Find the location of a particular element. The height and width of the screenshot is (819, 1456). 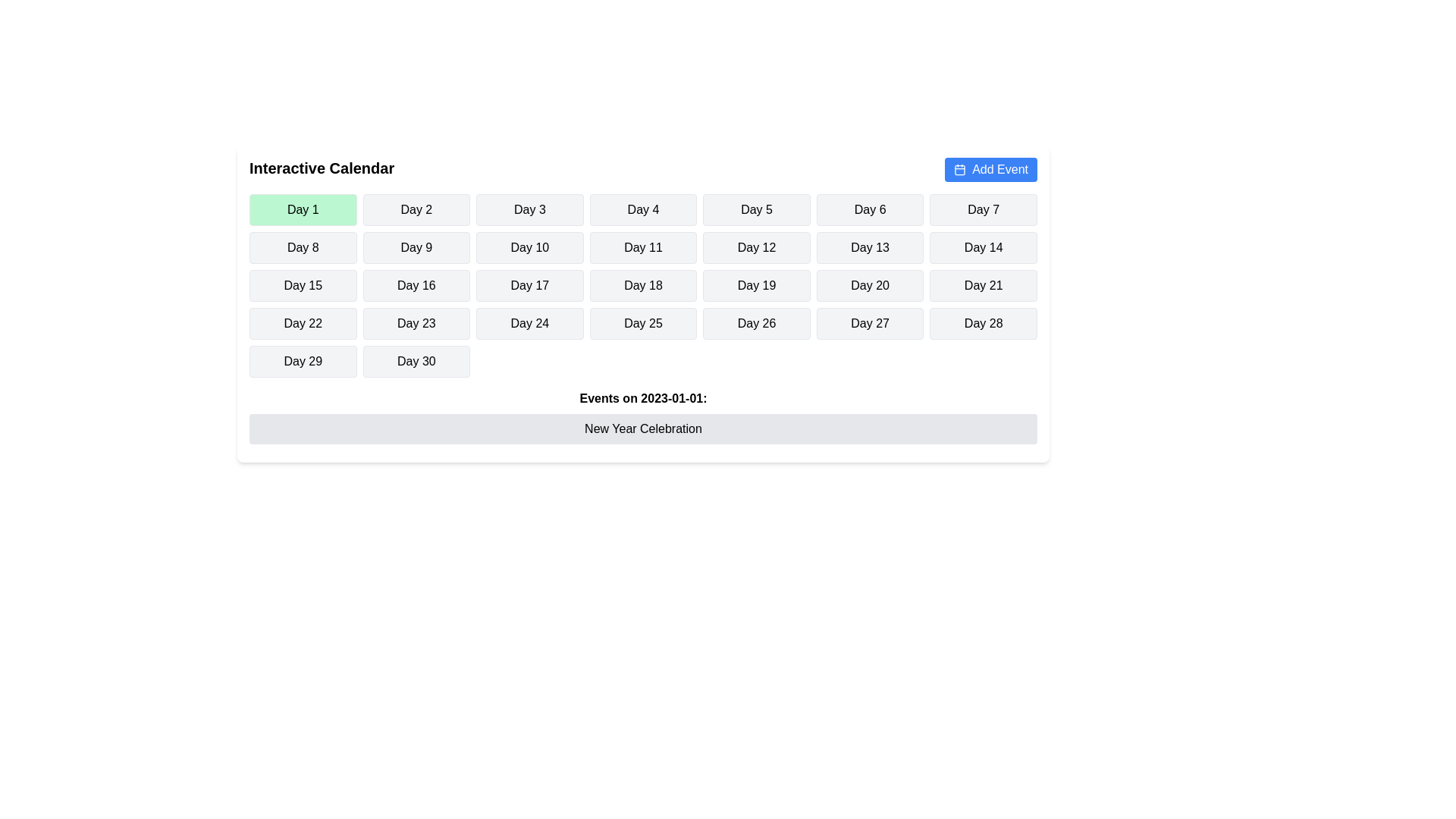

the 'Day 23' button, which is a rectangular button with a light gray background located in the fourth row and second column of the calendar grid layout is located at coordinates (416, 323).